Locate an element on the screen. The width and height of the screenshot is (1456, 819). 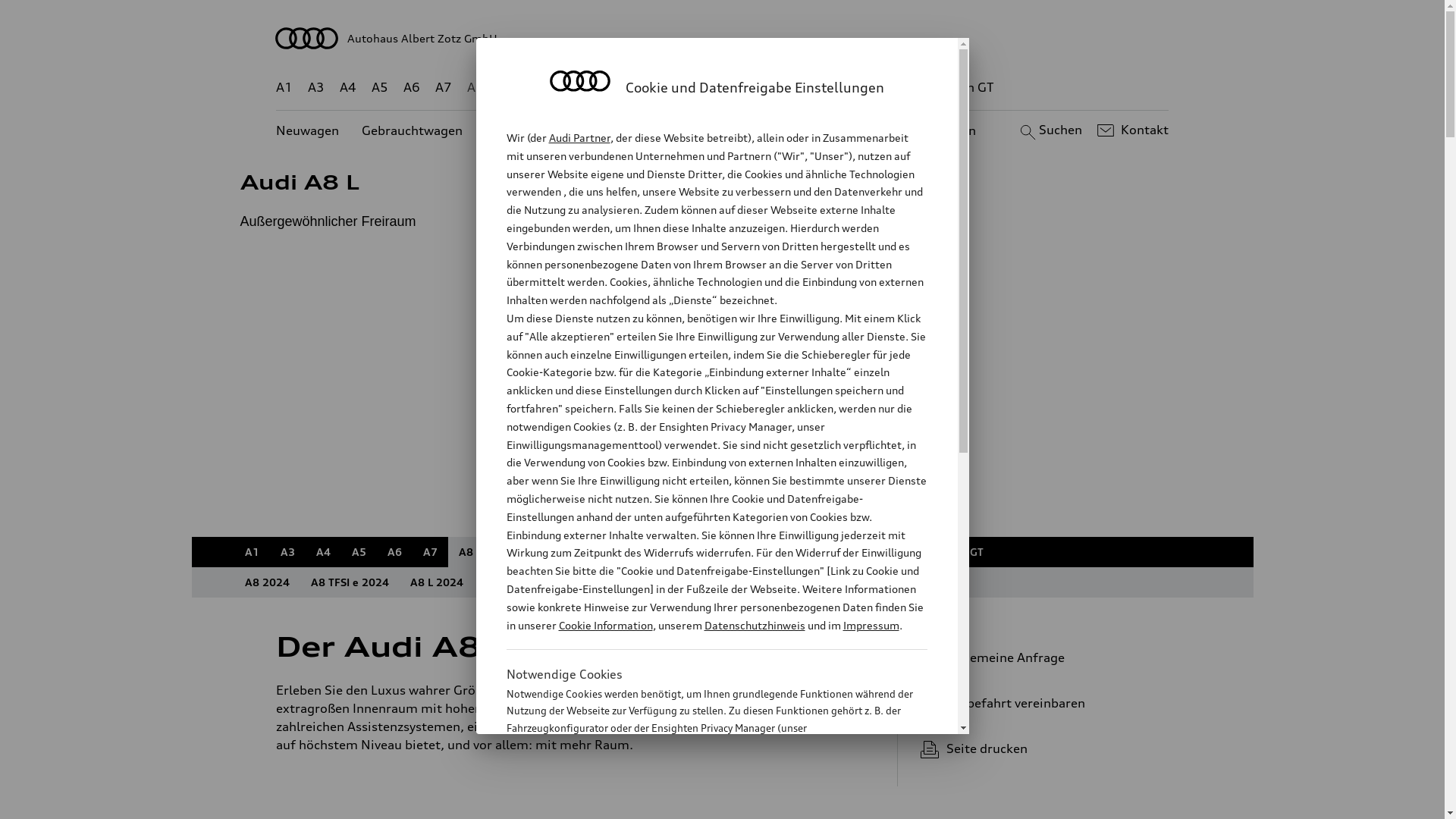
'Datenschutzhinweis' is located at coordinates (754, 625).